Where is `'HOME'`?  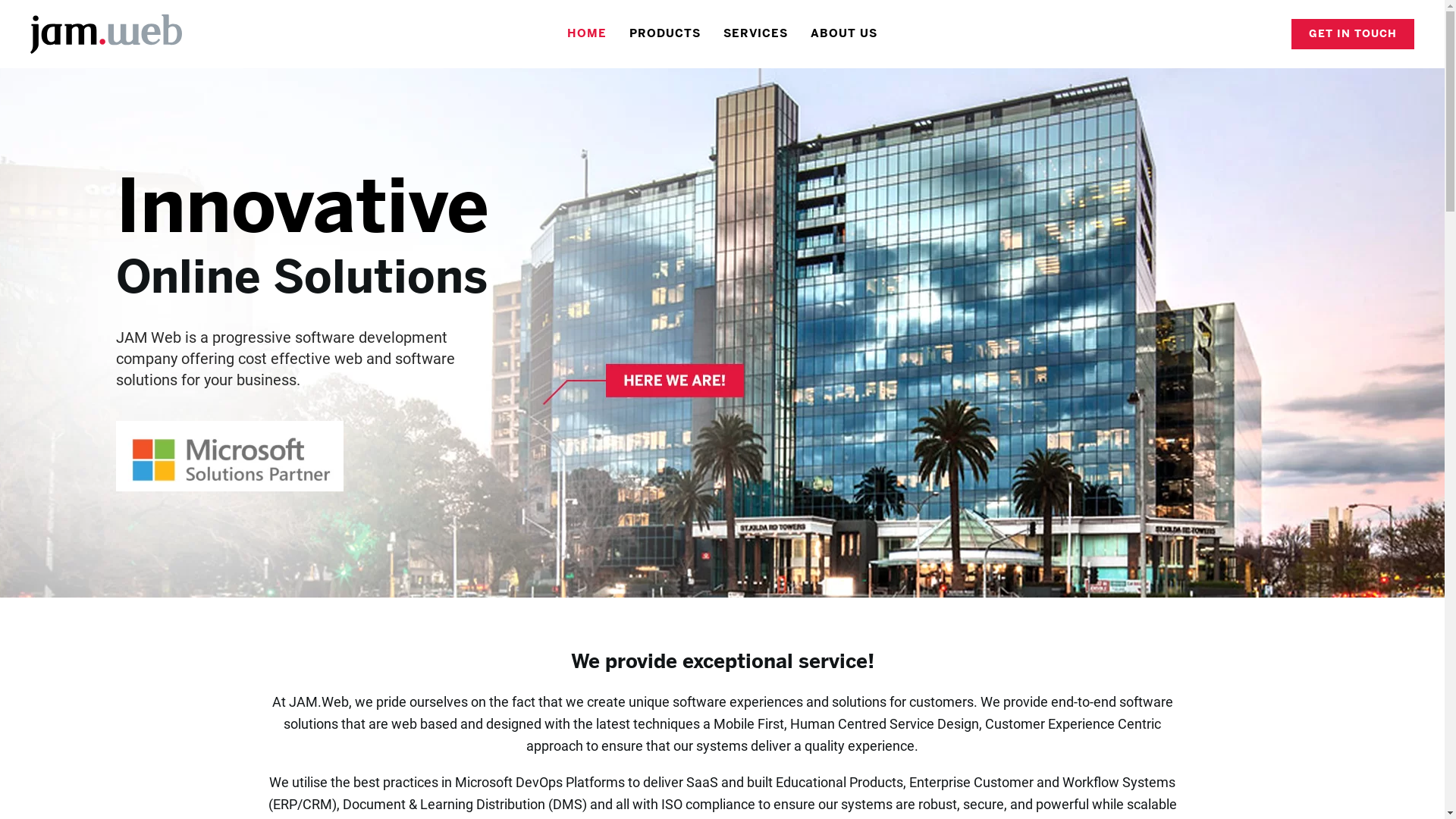
'HOME' is located at coordinates (555, 34).